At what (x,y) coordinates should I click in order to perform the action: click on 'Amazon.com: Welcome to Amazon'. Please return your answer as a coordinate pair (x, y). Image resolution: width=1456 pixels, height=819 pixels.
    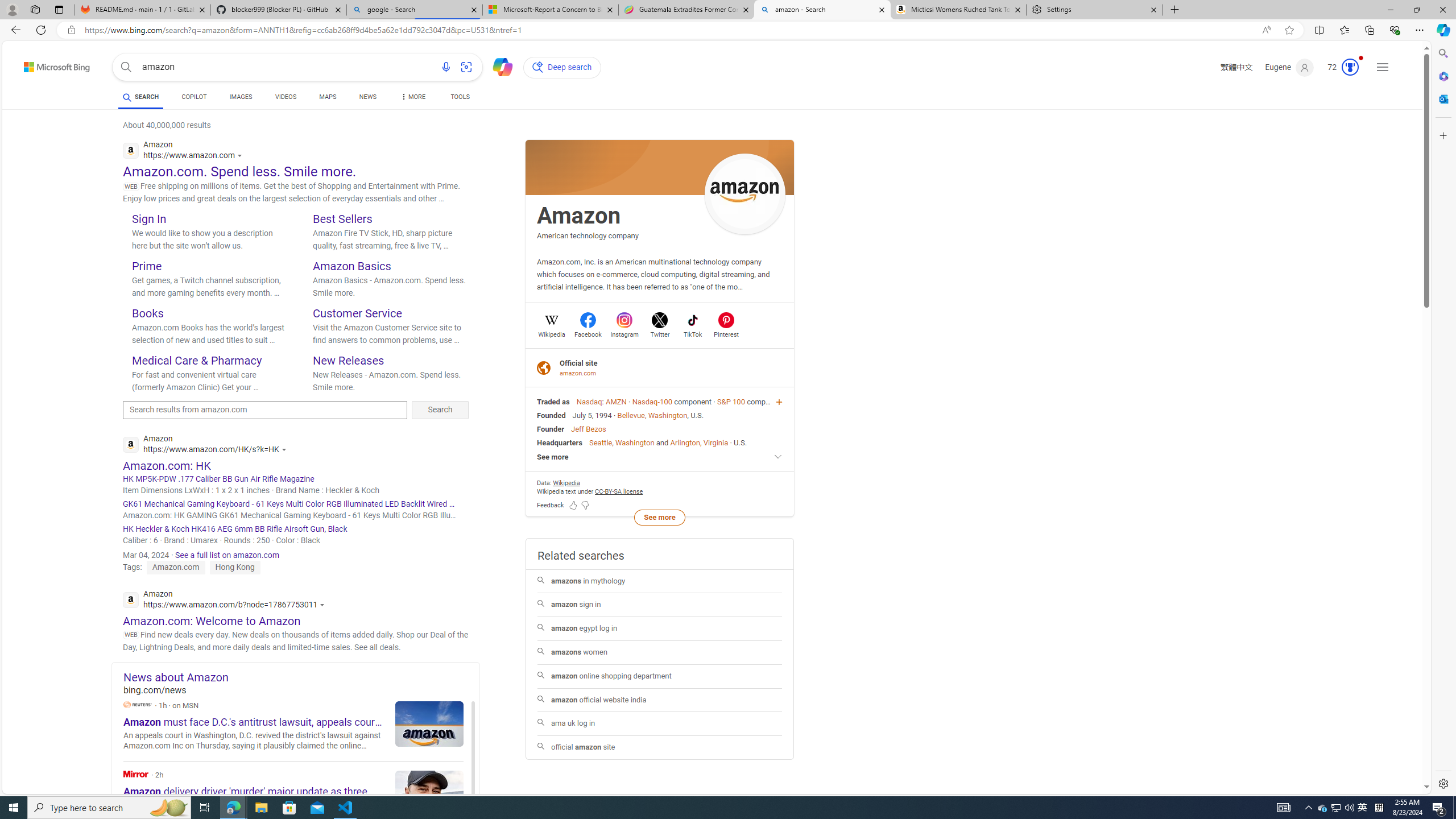
    Looking at the image, I should click on (211, 621).